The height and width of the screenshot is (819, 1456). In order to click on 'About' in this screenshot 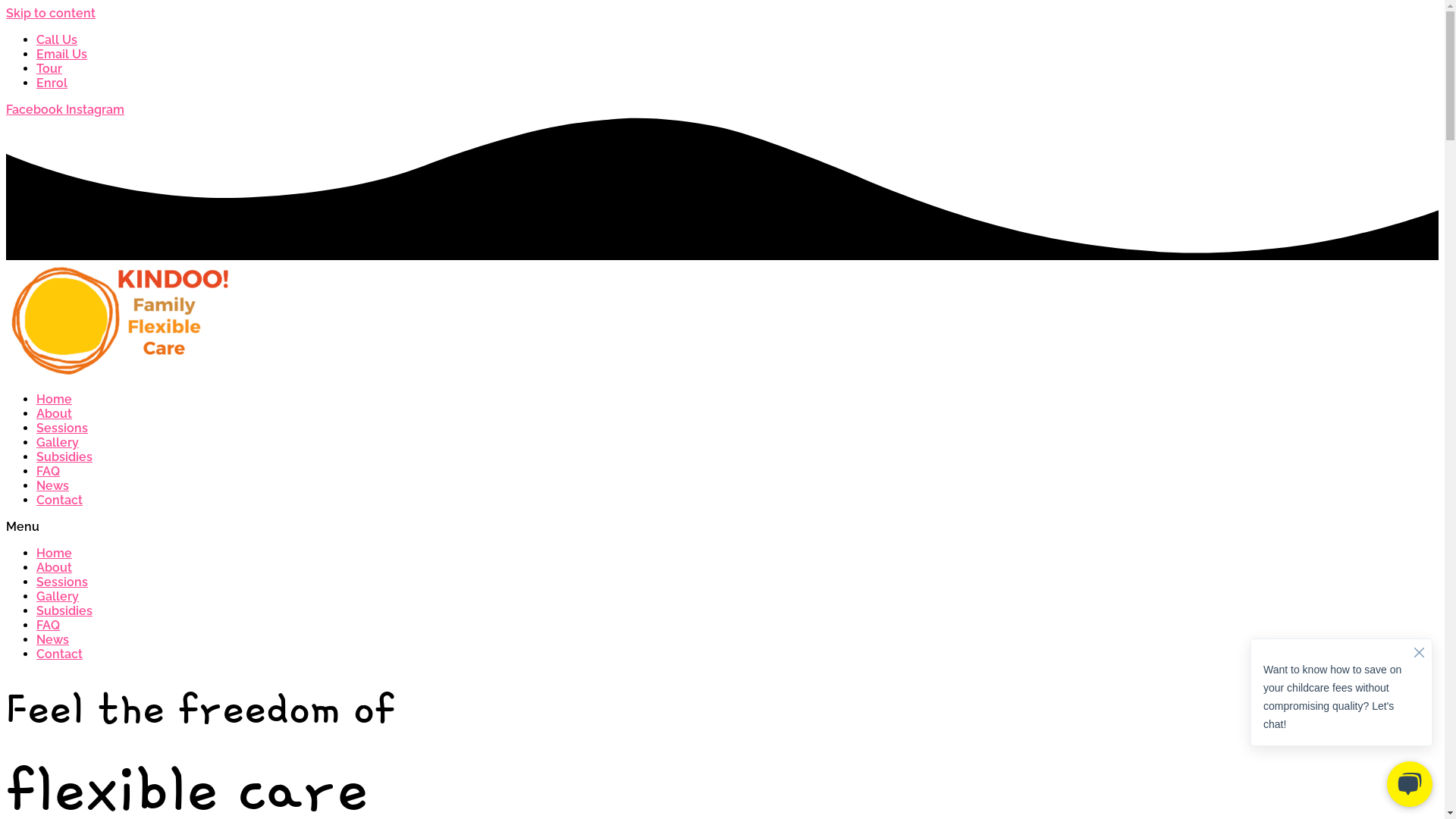, I will do `click(54, 567)`.